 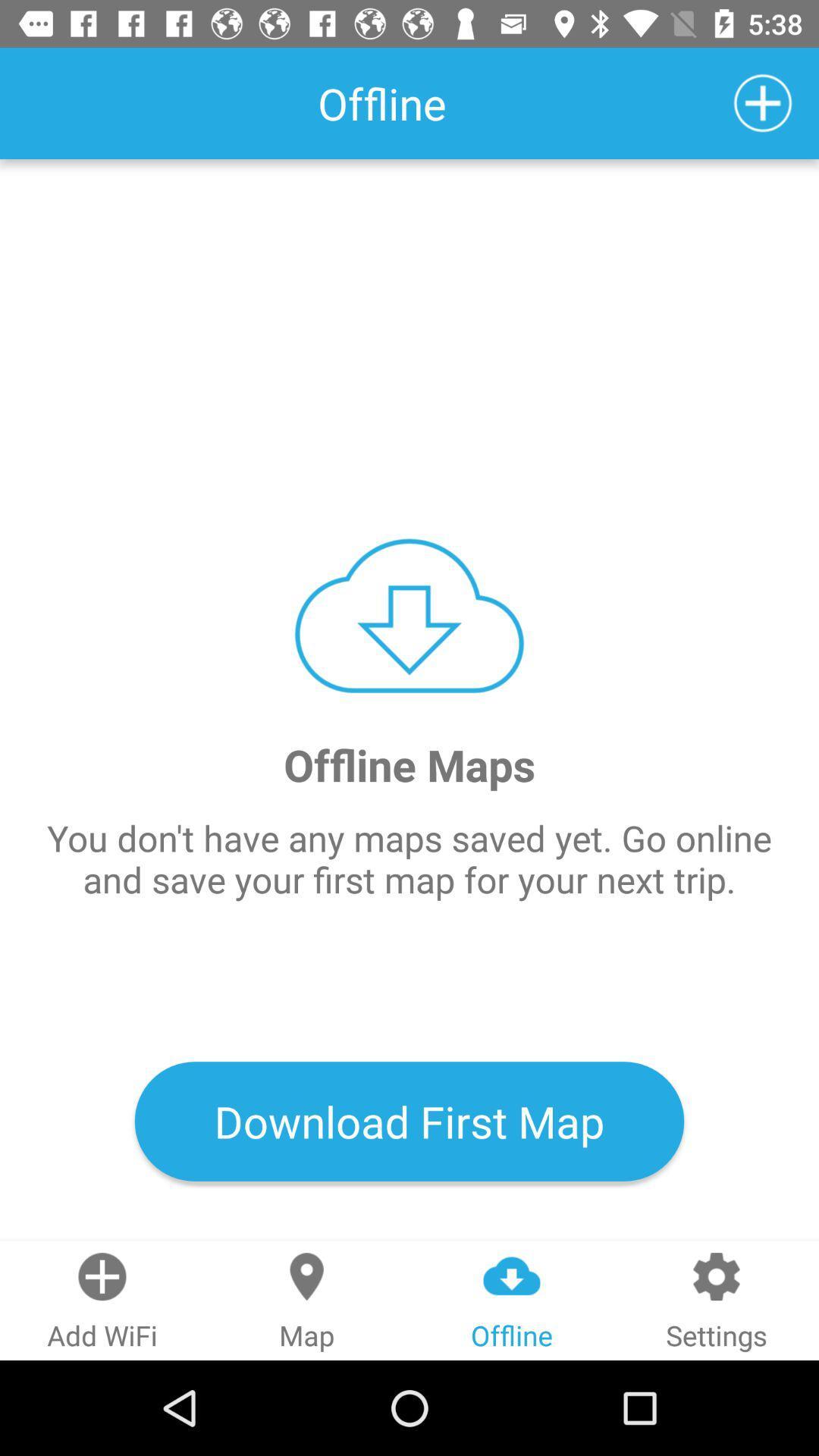 I want to click on the icon at the top right corner, so click(x=763, y=102).